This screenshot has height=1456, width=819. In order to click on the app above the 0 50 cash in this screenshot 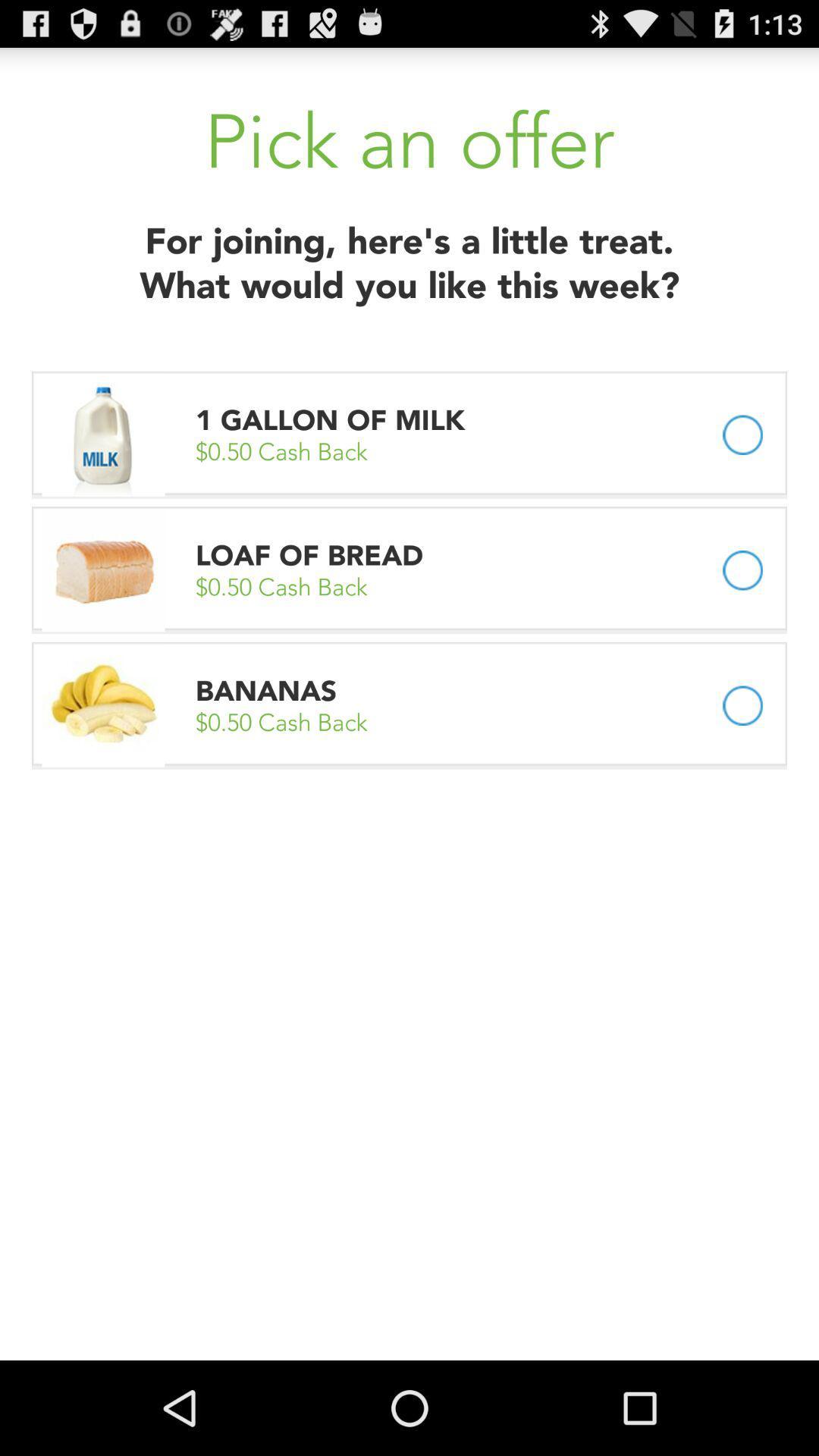, I will do `click(265, 690)`.